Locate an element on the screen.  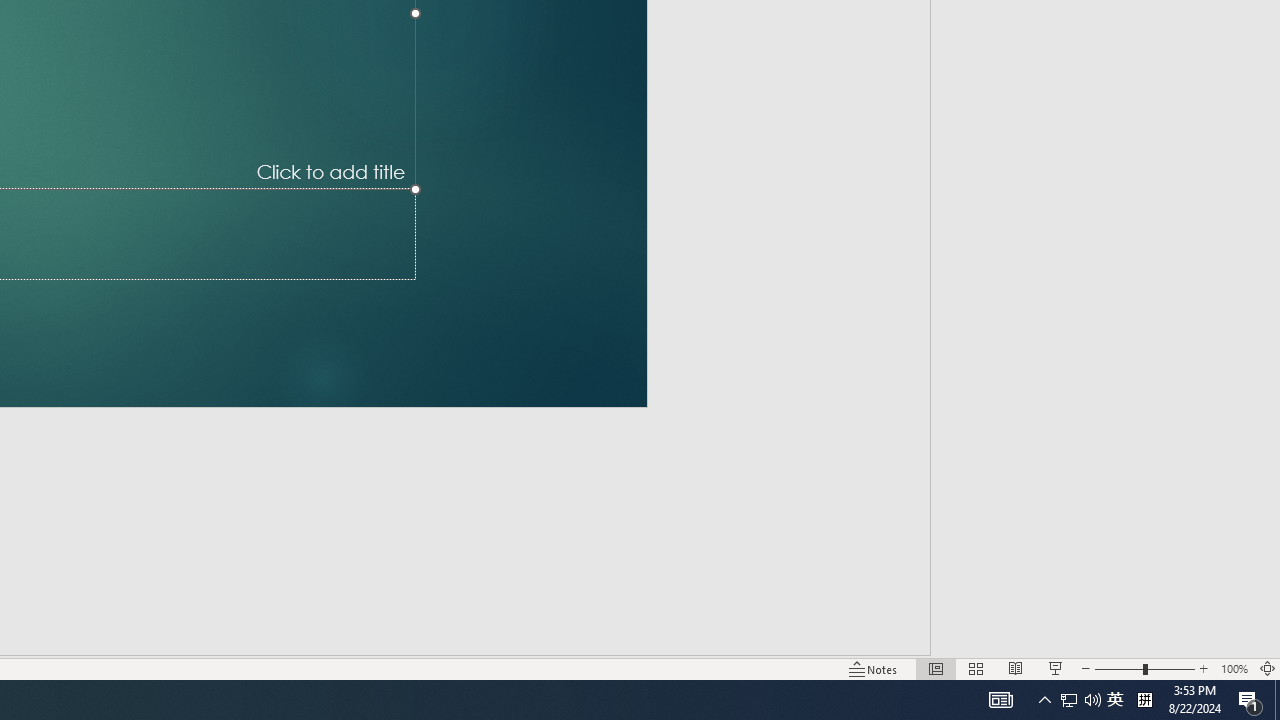
'Zoom 100%' is located at coordinates (1233, 669).